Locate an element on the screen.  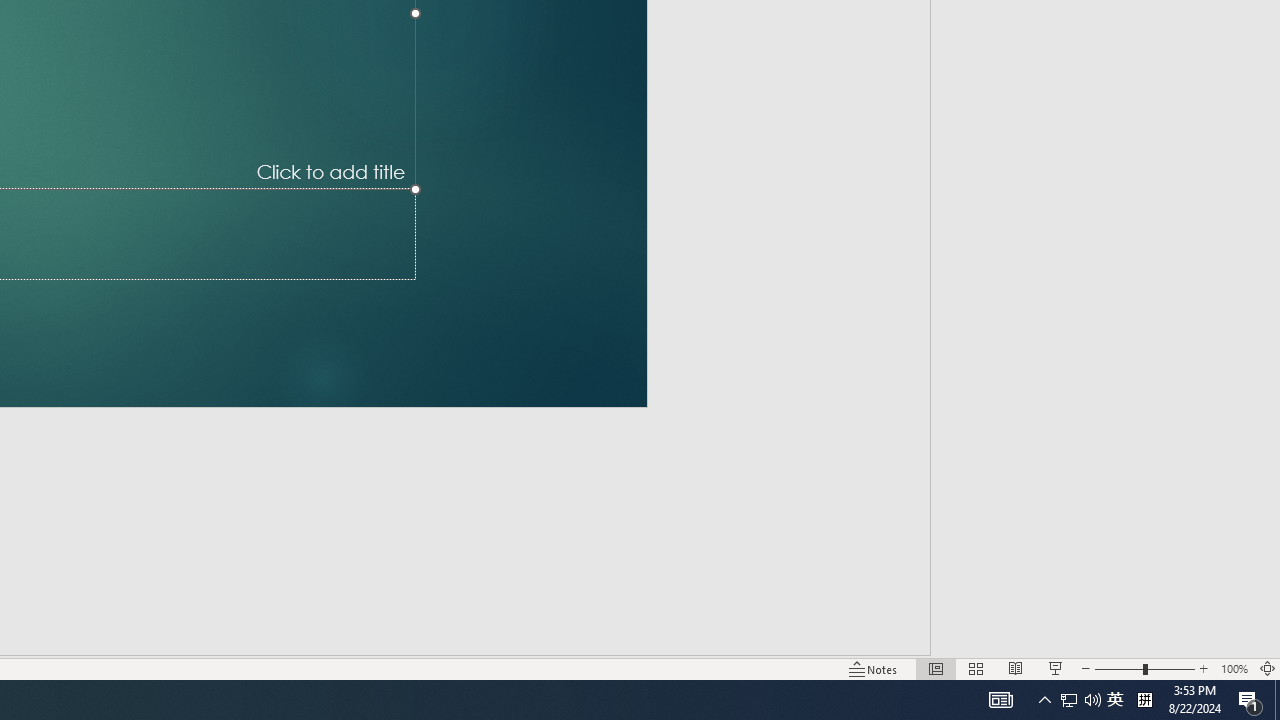
'Zoom 100%' is located at coordinates (1233, 669).